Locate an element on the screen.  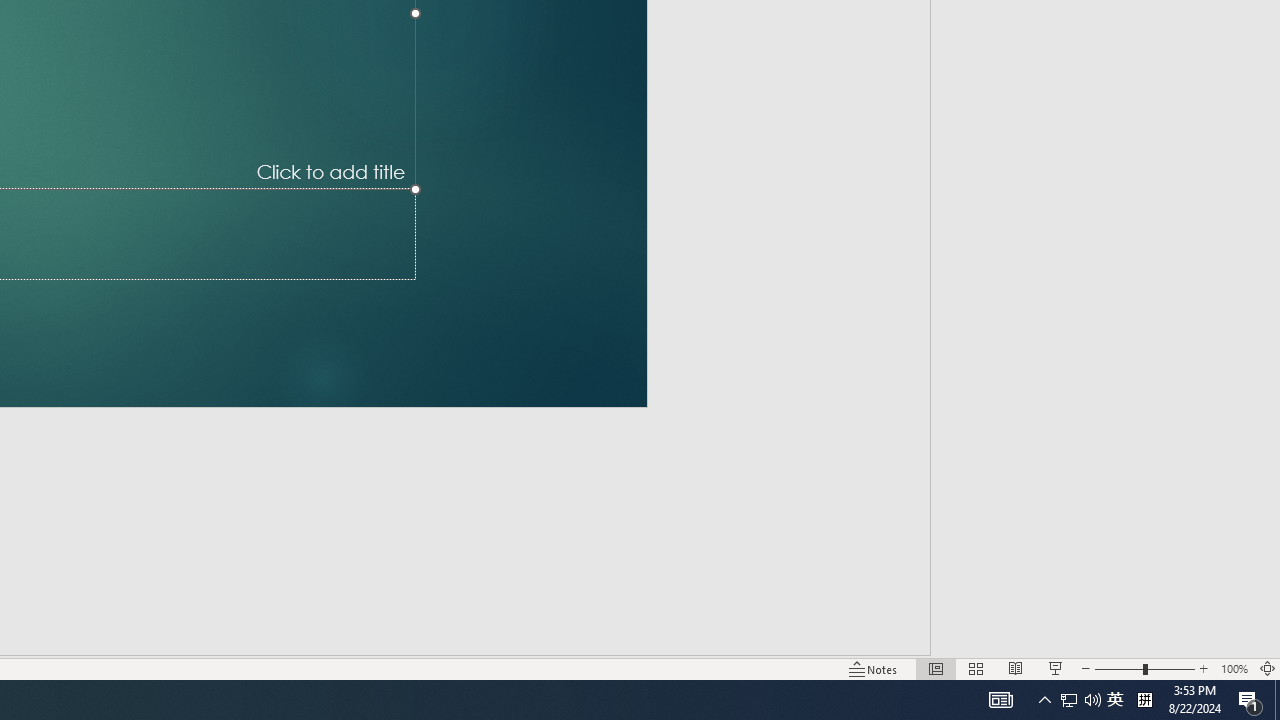
'Zoom 100%' is located at coordinates (1233, 669).